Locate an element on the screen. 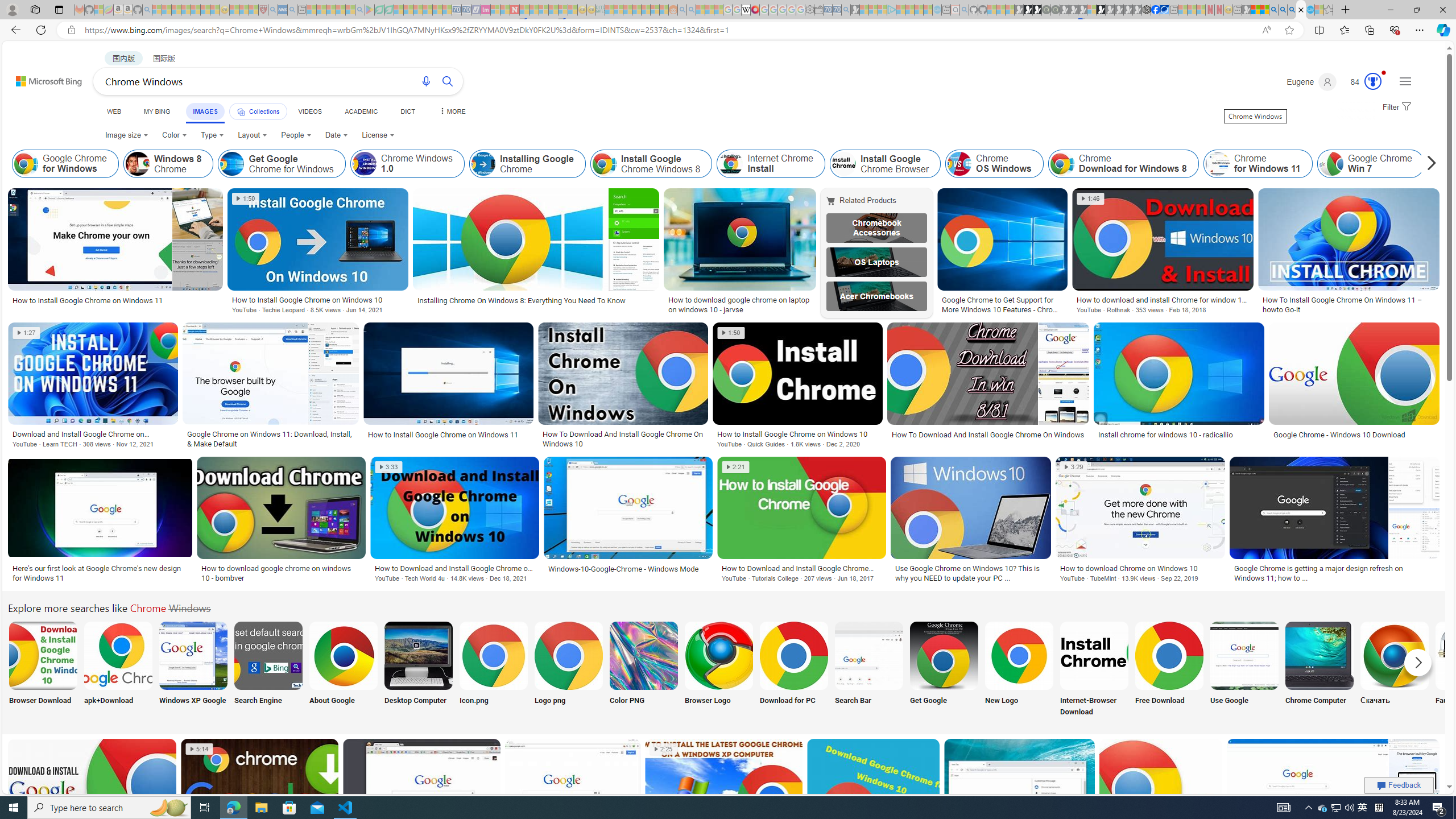 This screenshot has width=1456, height=819. 'Desktop Computer' is located at coordinates (418, 669).